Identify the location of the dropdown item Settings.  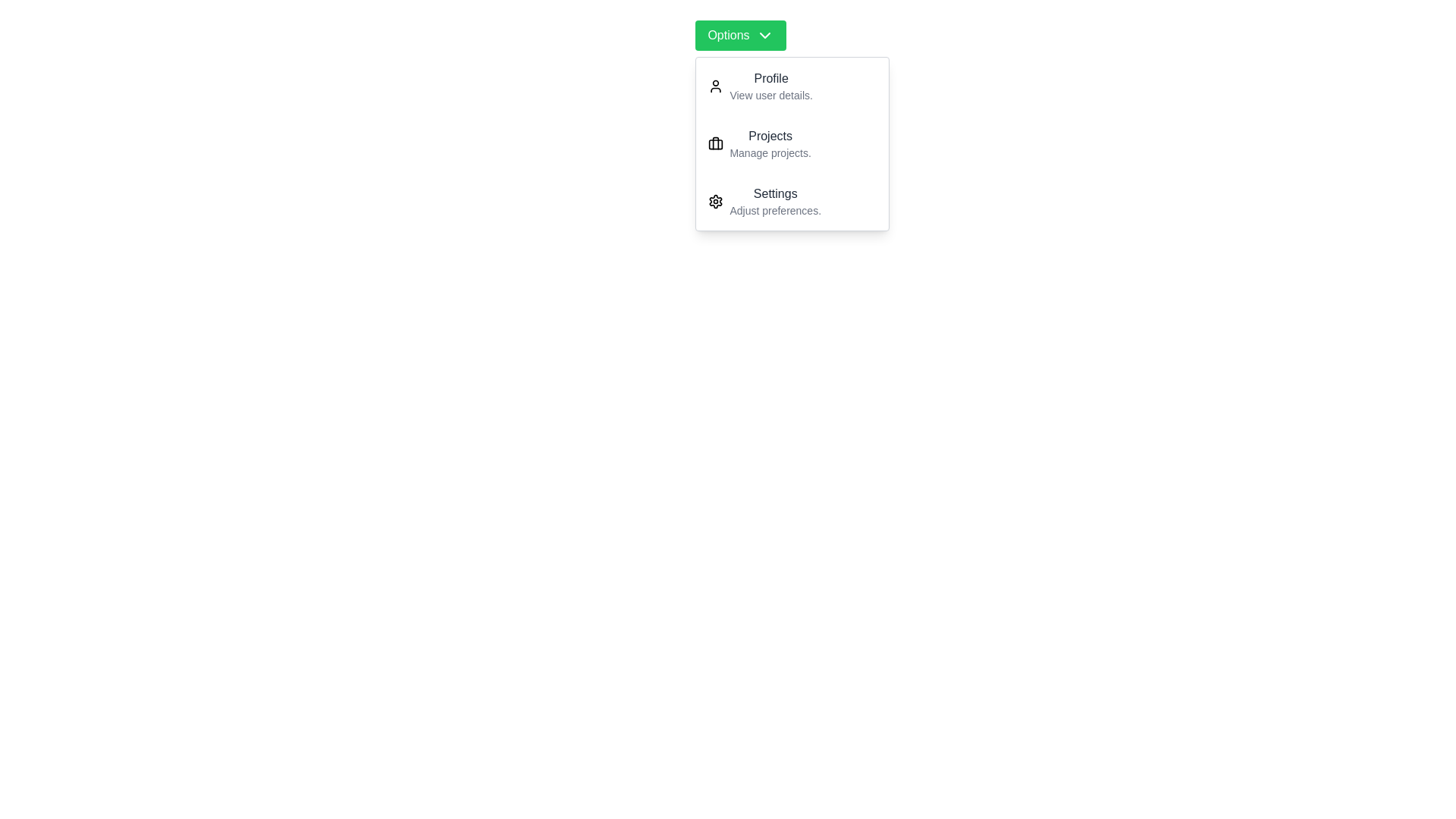
(792, 201).